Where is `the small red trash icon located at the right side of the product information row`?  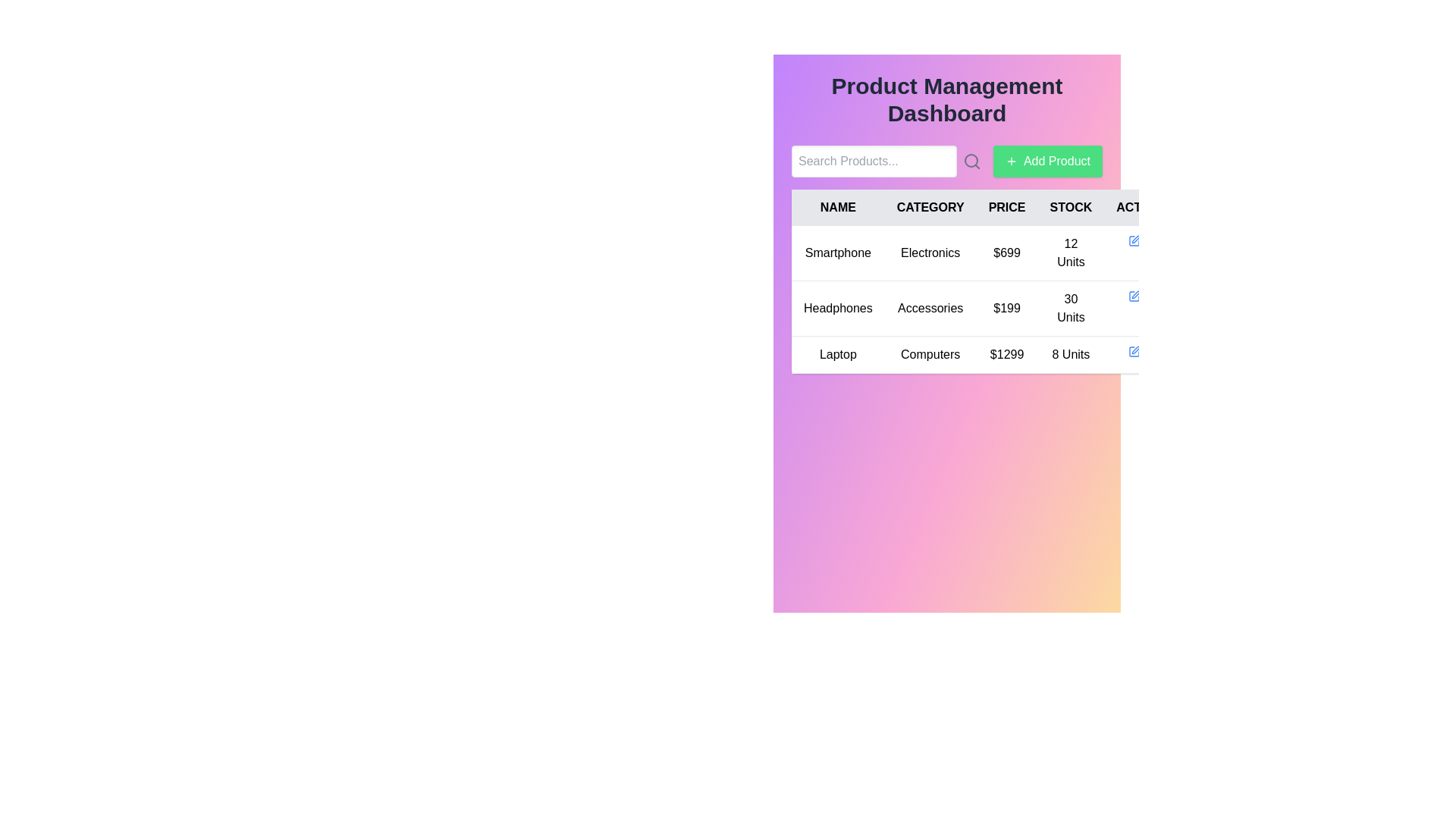
the small red trash icon located at the right side of the product information row is located at coordinates (1153, 296).